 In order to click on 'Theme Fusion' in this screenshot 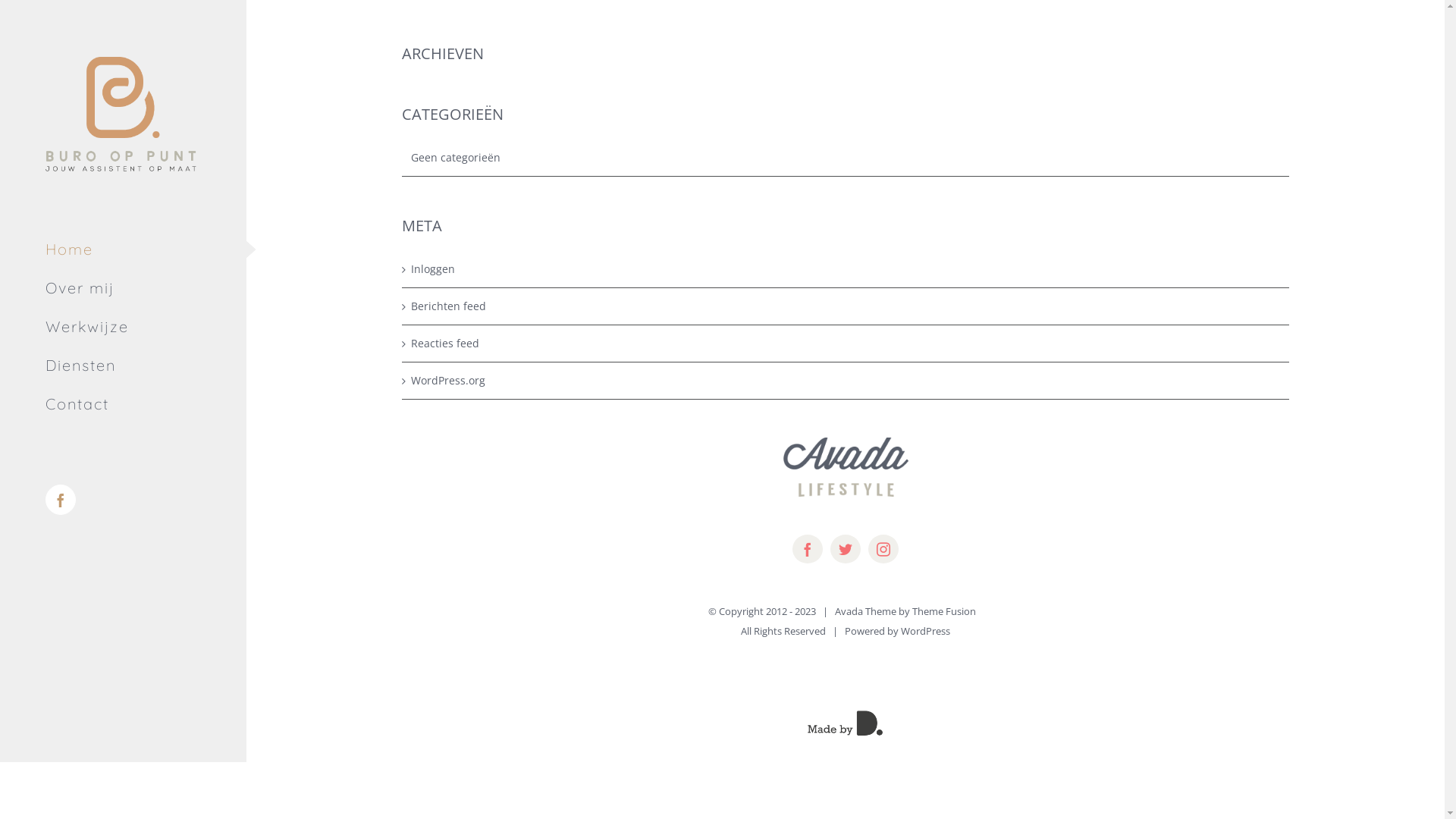, I will do `click(943, 610)`.